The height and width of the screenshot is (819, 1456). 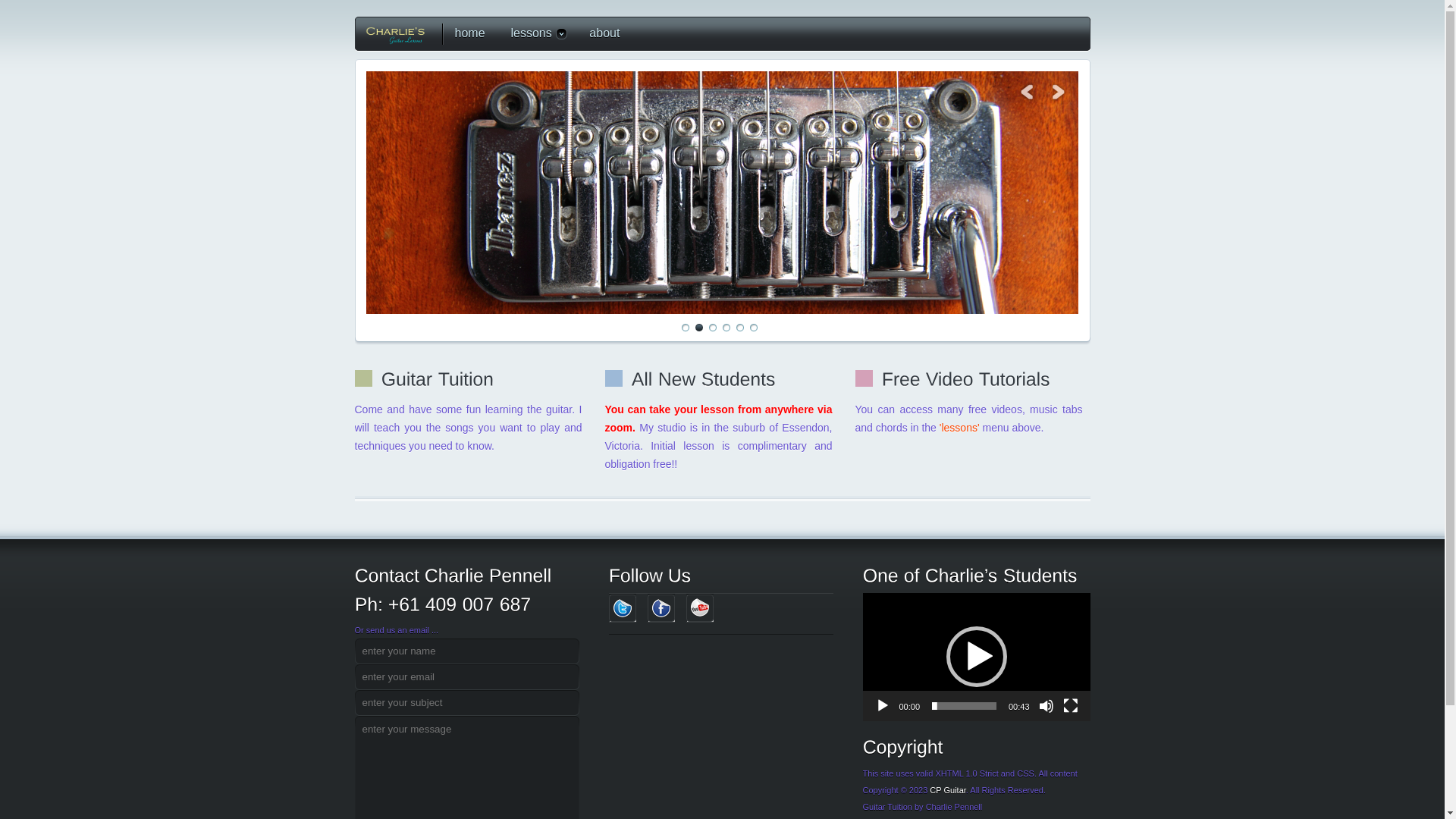 What do you see at coordinates (711, 327) in the screenshot?
I see `'3'` at bounding box center [711, 327].